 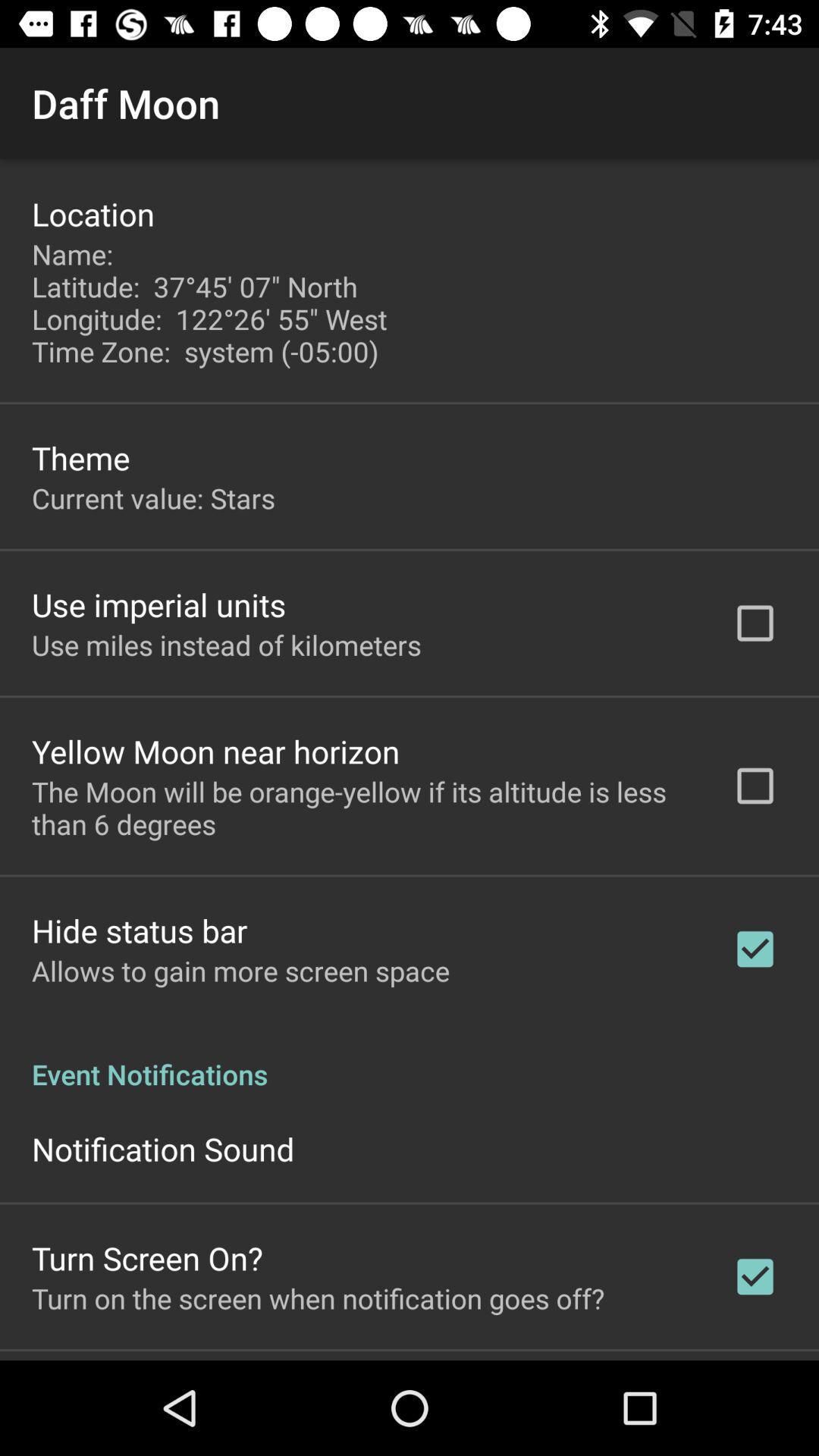 What do you see at coordinates (140, 930) in the screenshot?
I see `hide status bar item` at bounding box center [140, 930].